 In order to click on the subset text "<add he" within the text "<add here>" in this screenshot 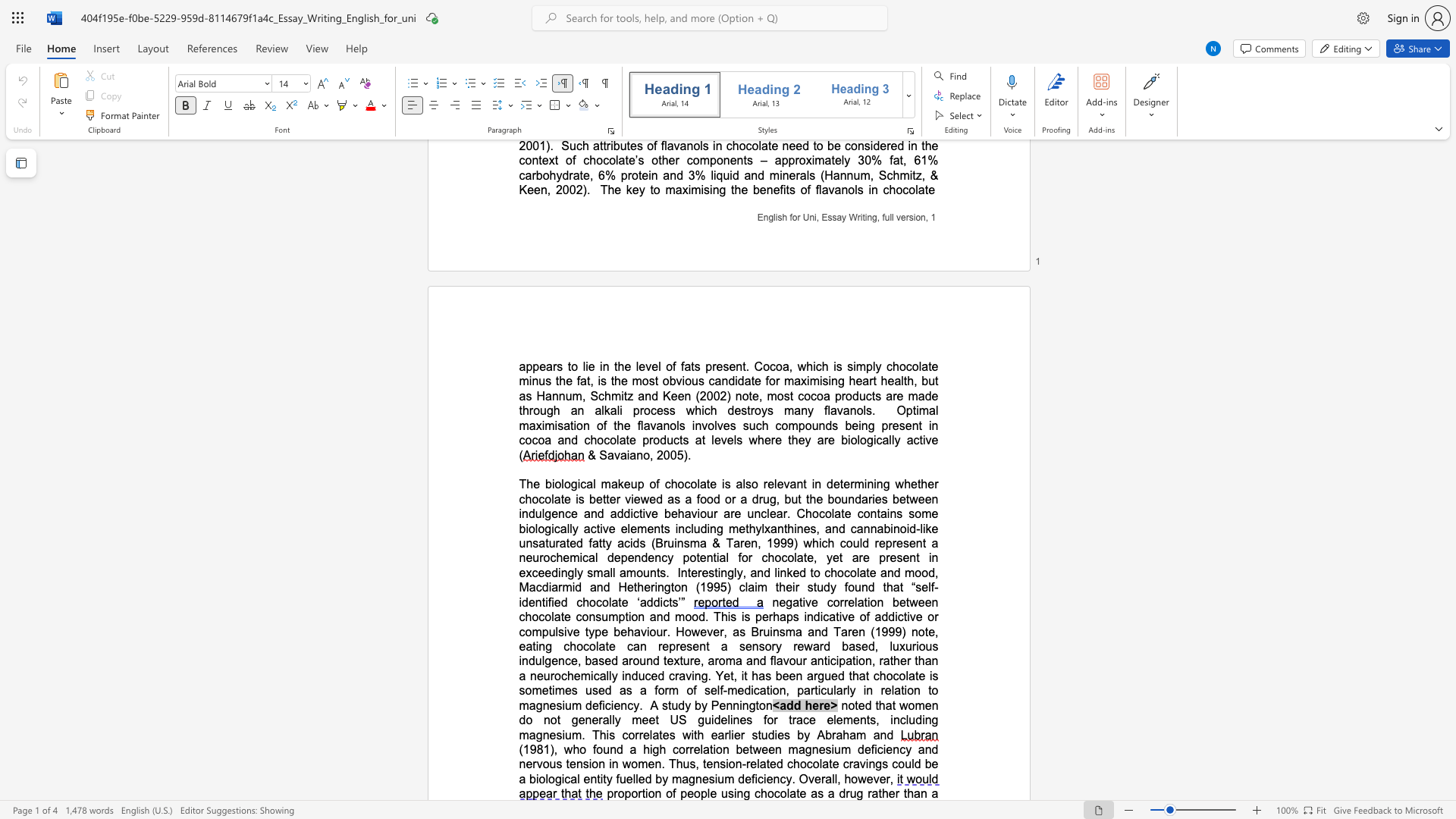, I will do `click(772, 705)`.